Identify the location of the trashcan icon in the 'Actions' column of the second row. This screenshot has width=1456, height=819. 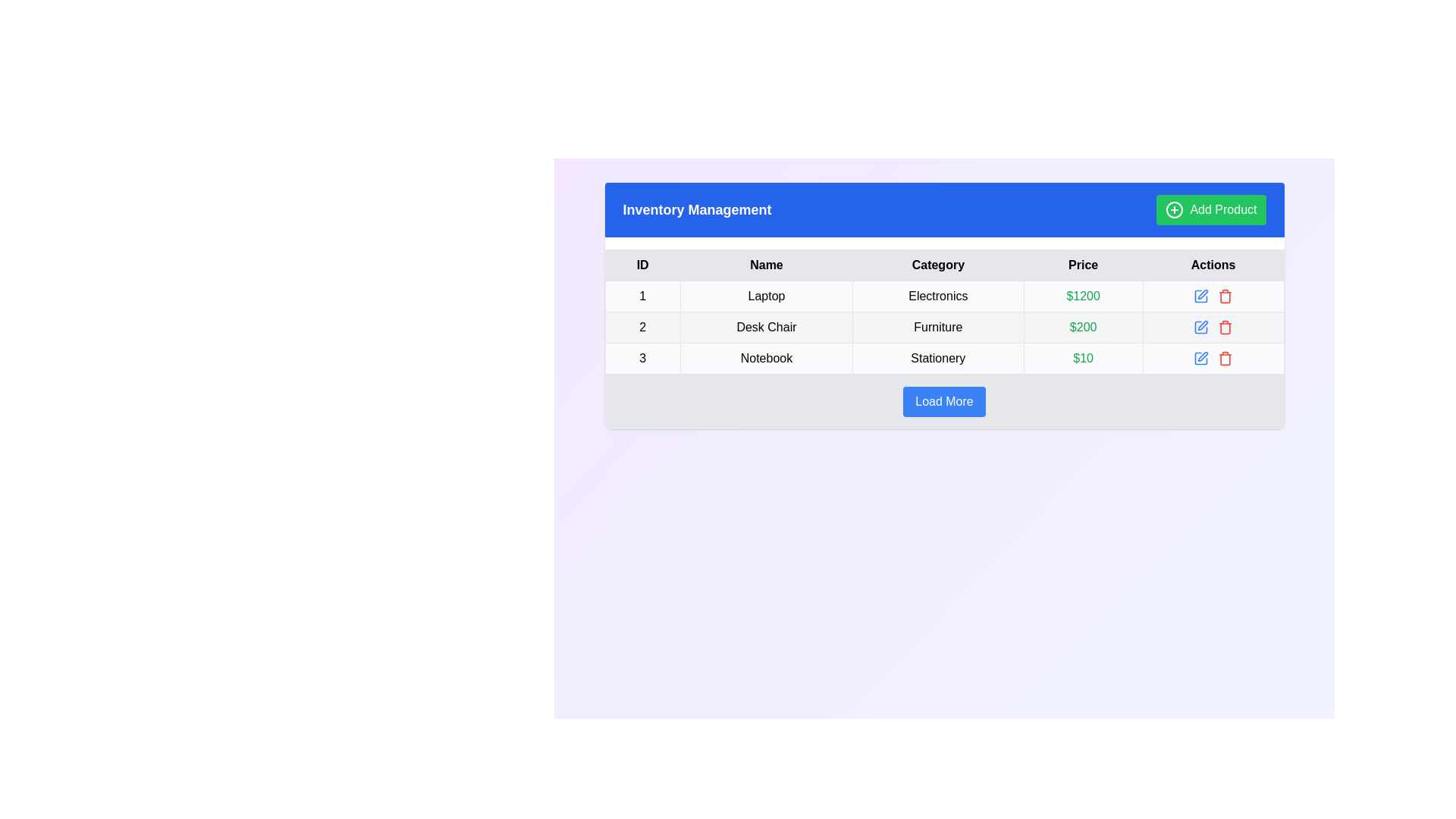
(1225, 328).